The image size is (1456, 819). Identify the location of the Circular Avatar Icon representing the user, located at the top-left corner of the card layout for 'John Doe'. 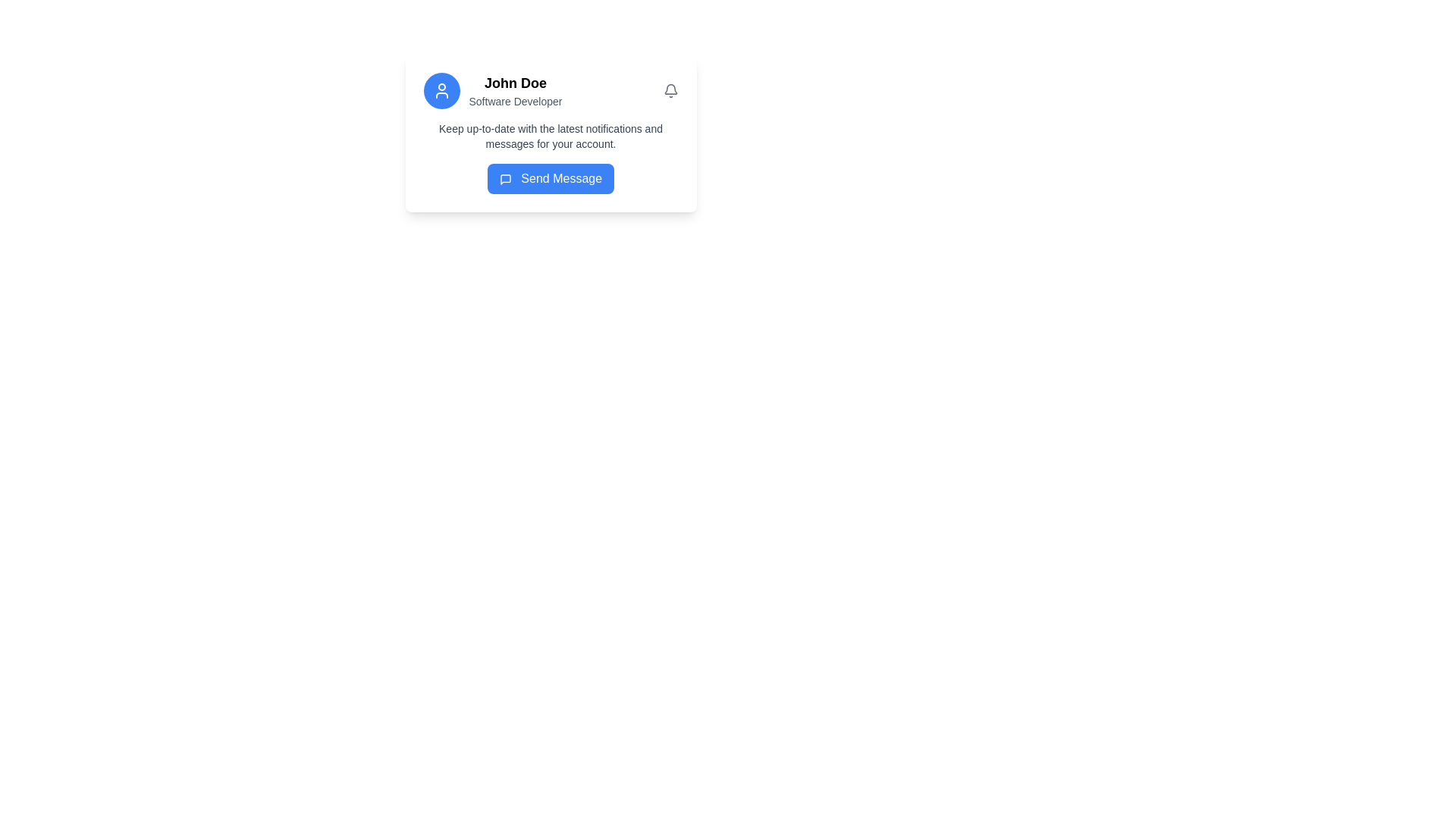
(441, 90).